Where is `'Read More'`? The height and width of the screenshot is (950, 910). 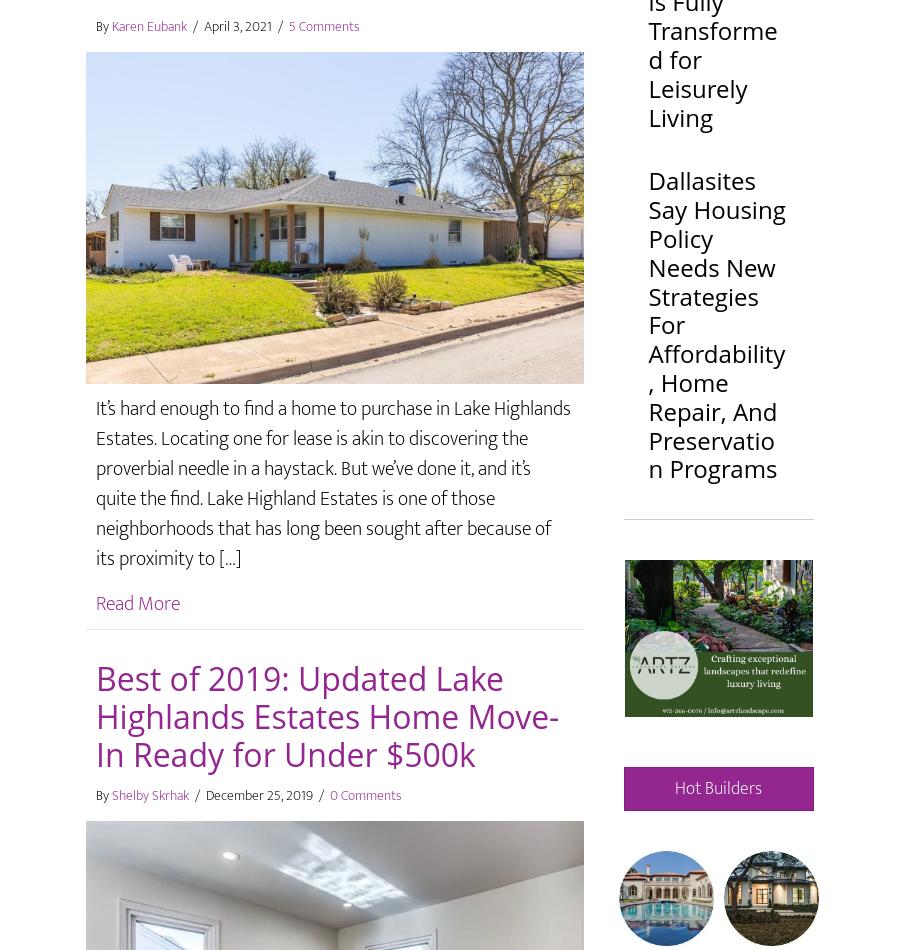 'Read More' is located at coordinates (136, 602).